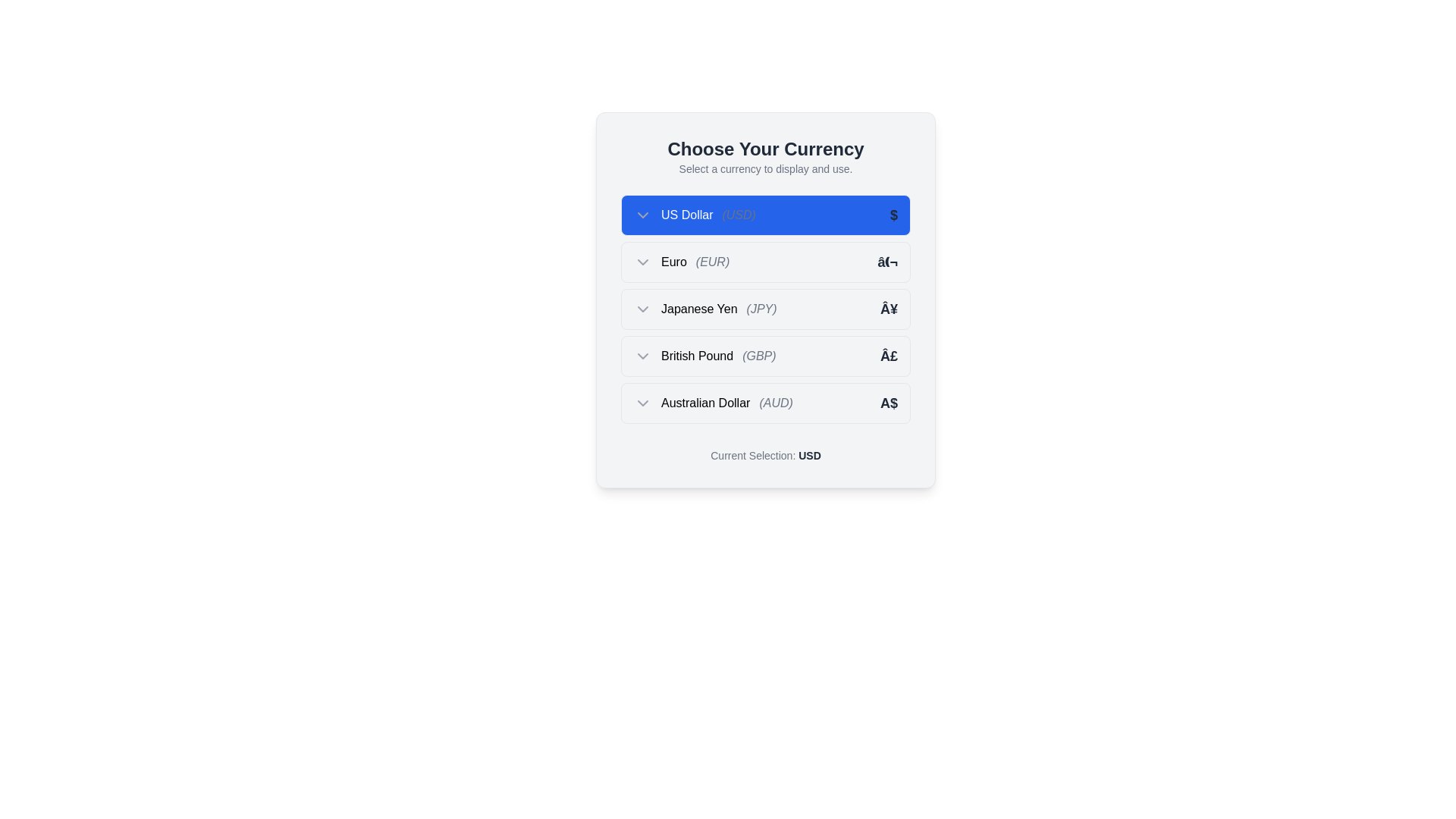  Describe the element at coordinates (776, 403) in the screenshot. I see `the text label displaying '(AUD)' in italicized gray styling, located to the right of 'Australian Dollar' in the currency selection list` at that location.